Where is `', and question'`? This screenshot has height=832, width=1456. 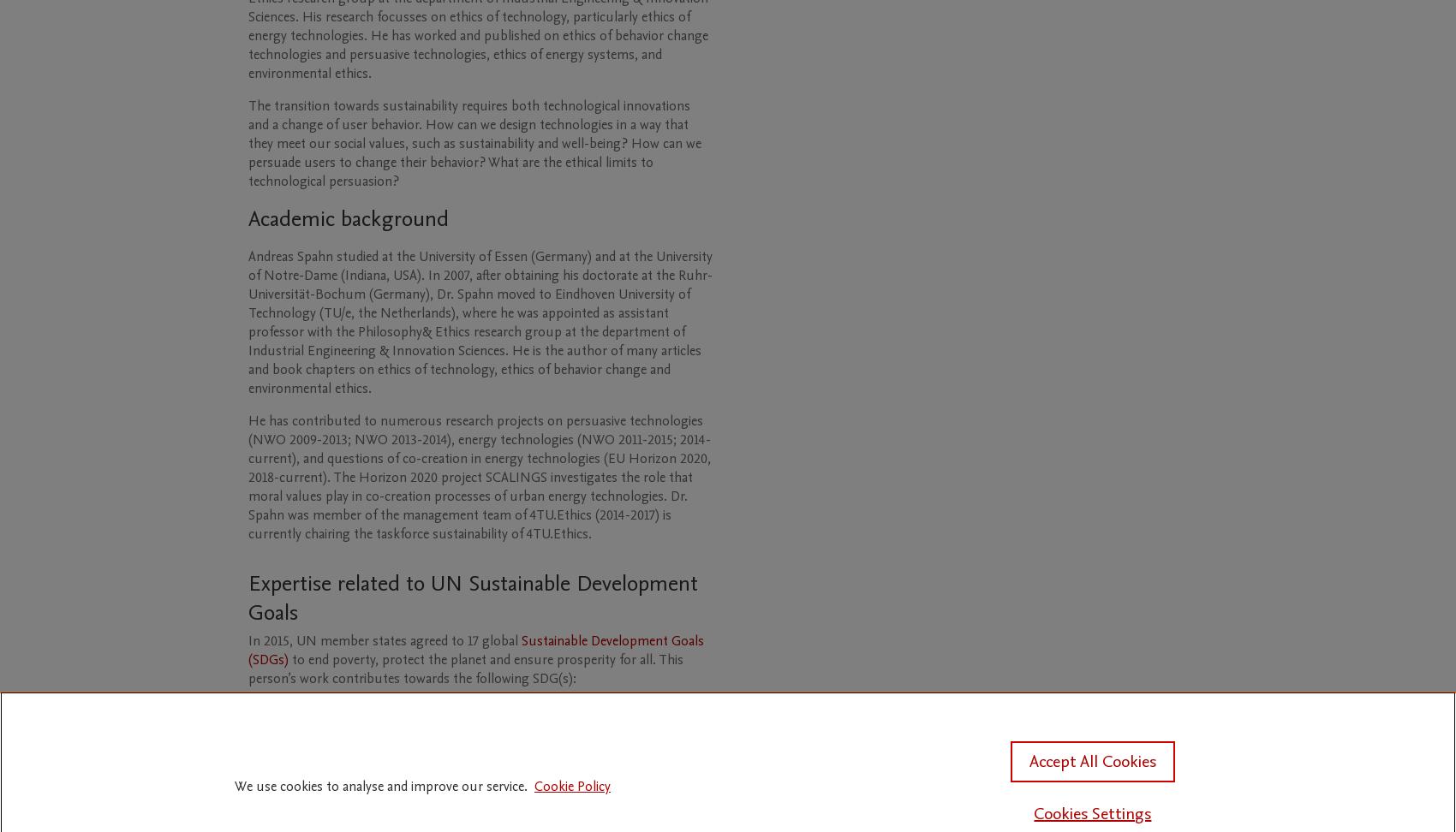
', and question' is located at coordinates (295, 457).